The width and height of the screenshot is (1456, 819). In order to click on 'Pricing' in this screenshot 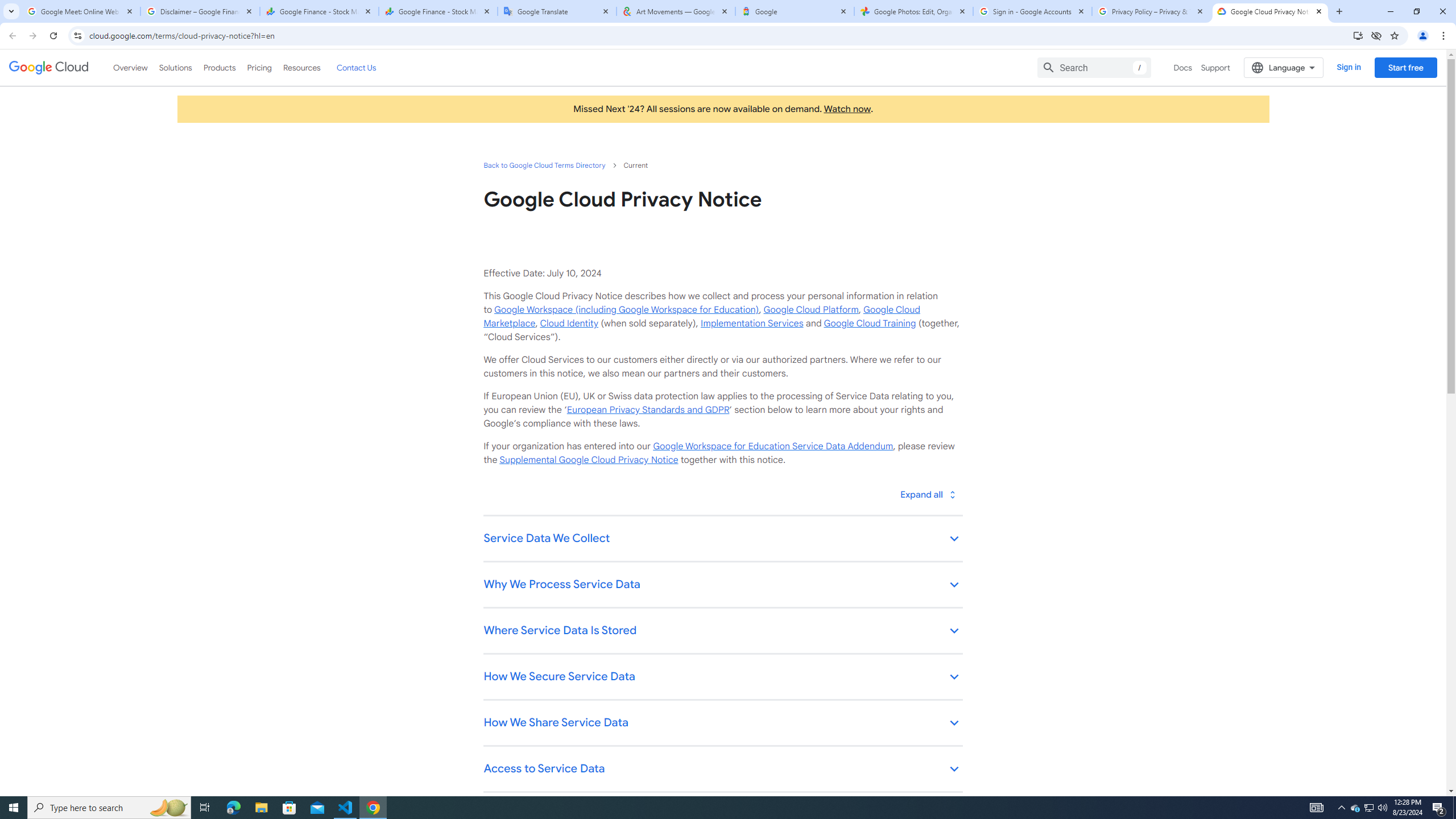, I will do `click(259, 67)`.